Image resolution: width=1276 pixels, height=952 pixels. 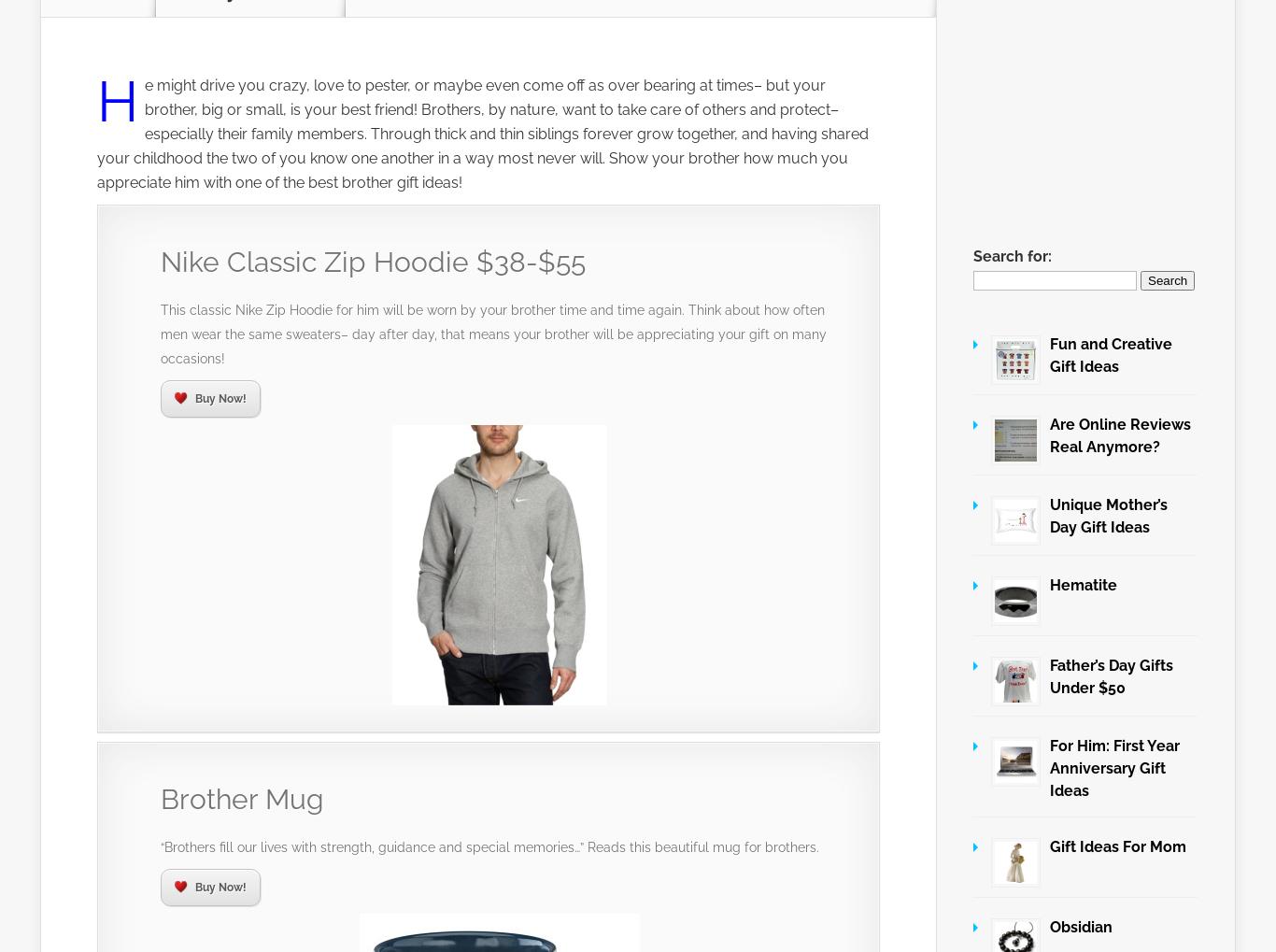 I want to click on 'Gift Ideas For Mom', so click(x=1118, y=846).